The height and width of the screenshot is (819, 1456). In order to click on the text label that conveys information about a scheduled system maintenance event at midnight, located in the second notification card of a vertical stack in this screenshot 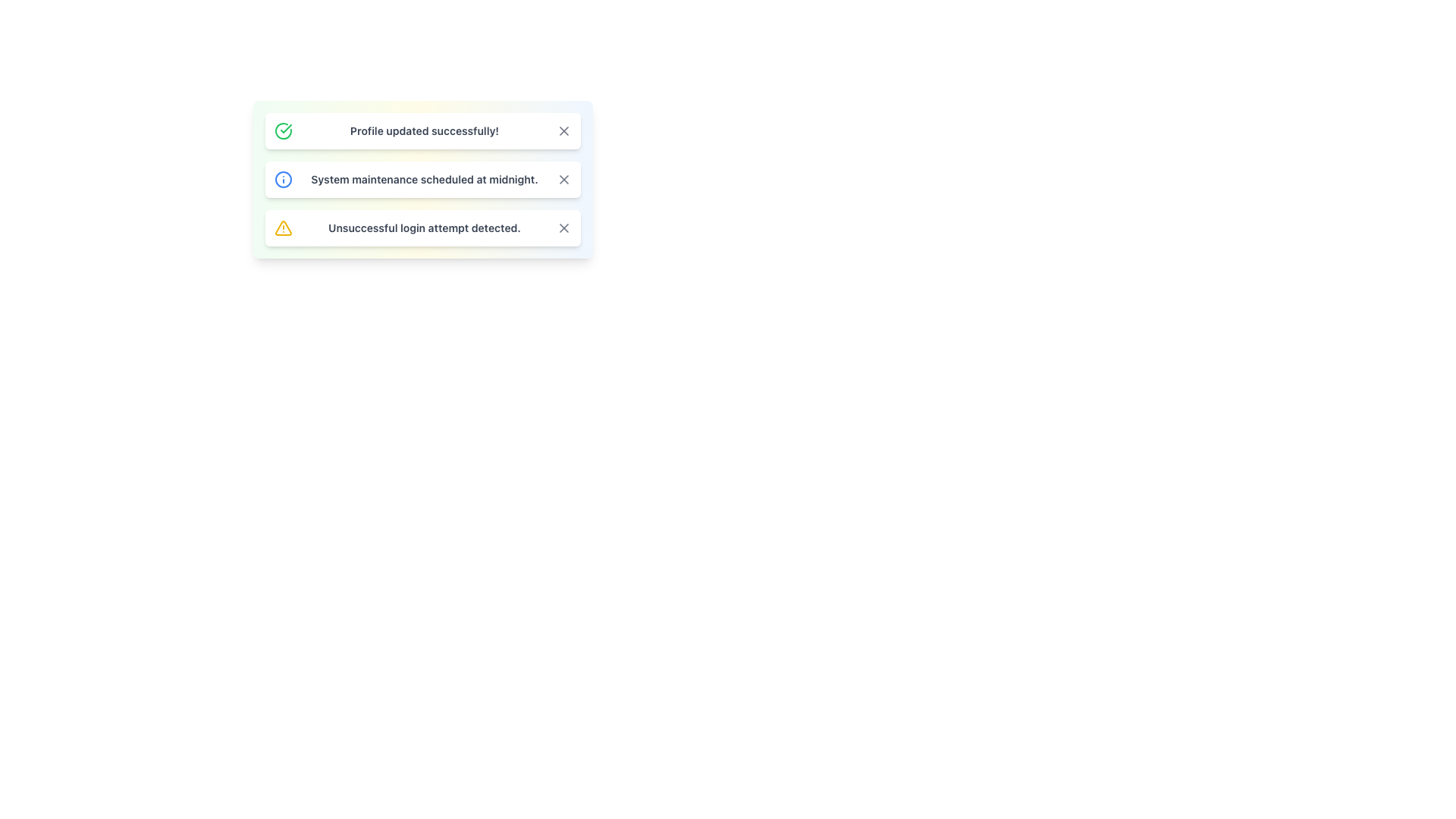, I will do `click(425, 178)`.